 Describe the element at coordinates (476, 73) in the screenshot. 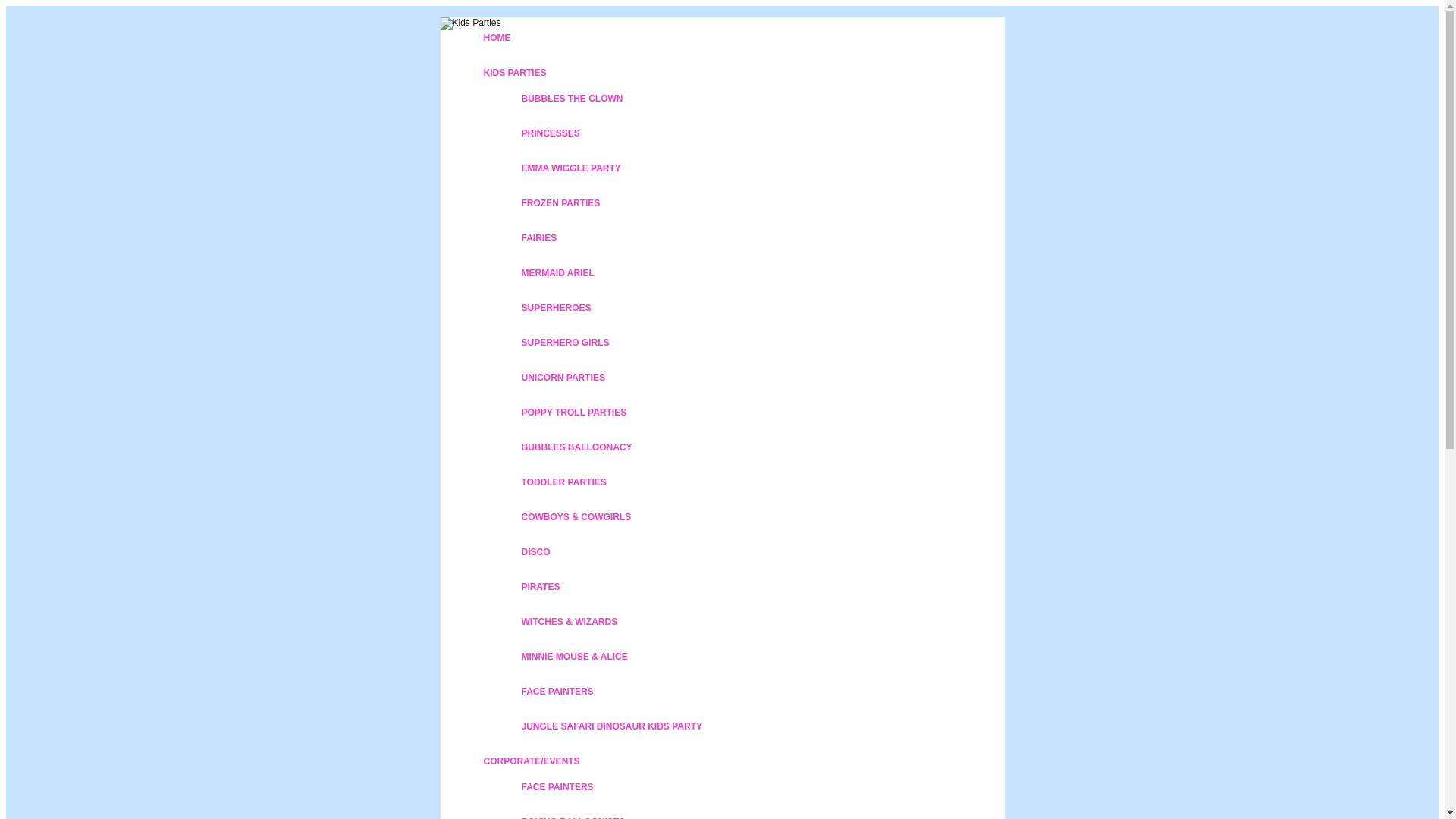

I see `'KIDS PARTIES'` at that location.